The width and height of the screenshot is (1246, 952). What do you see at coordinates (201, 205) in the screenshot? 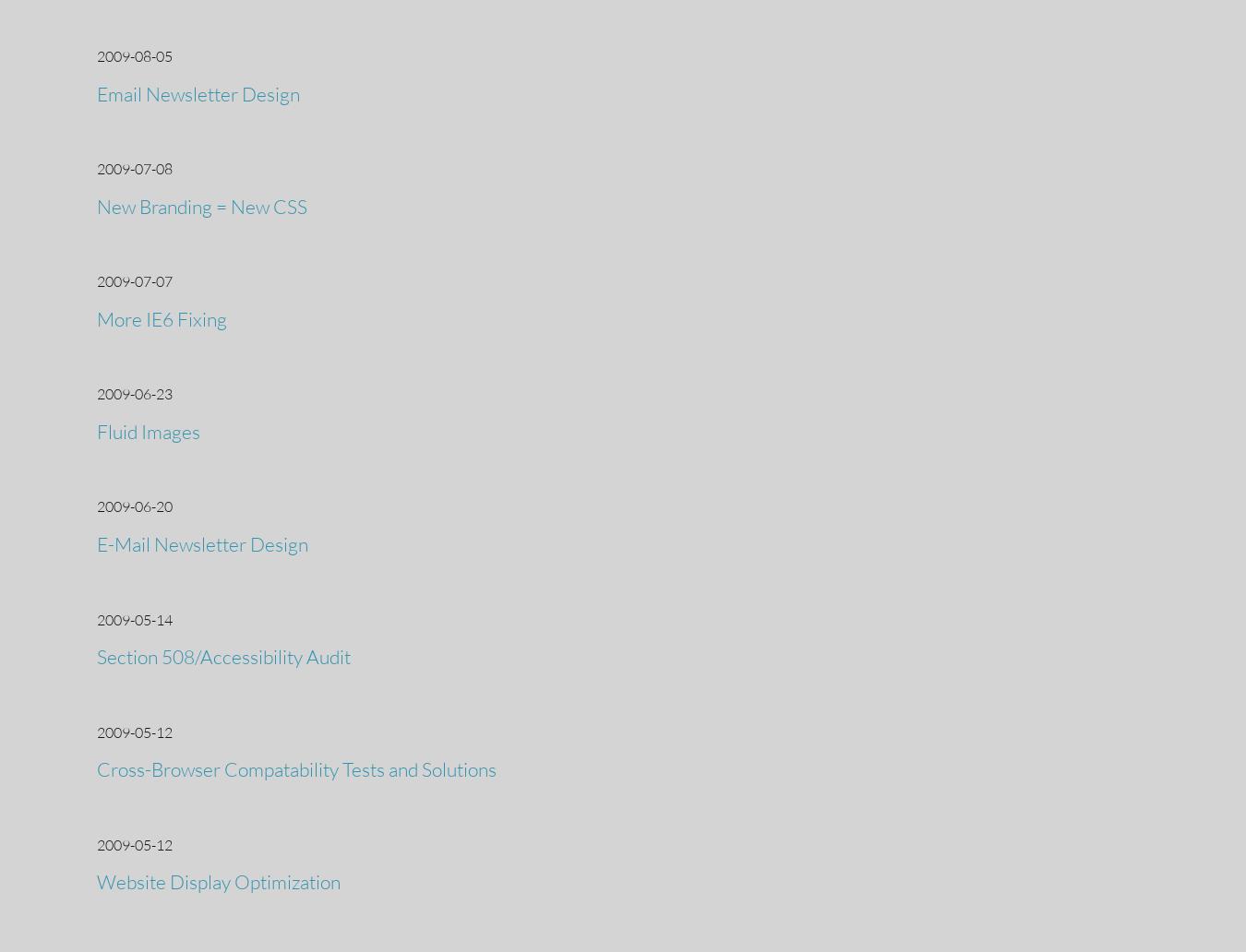
I see `'New Branding = New CSS'` at bounding box center [201, 205].